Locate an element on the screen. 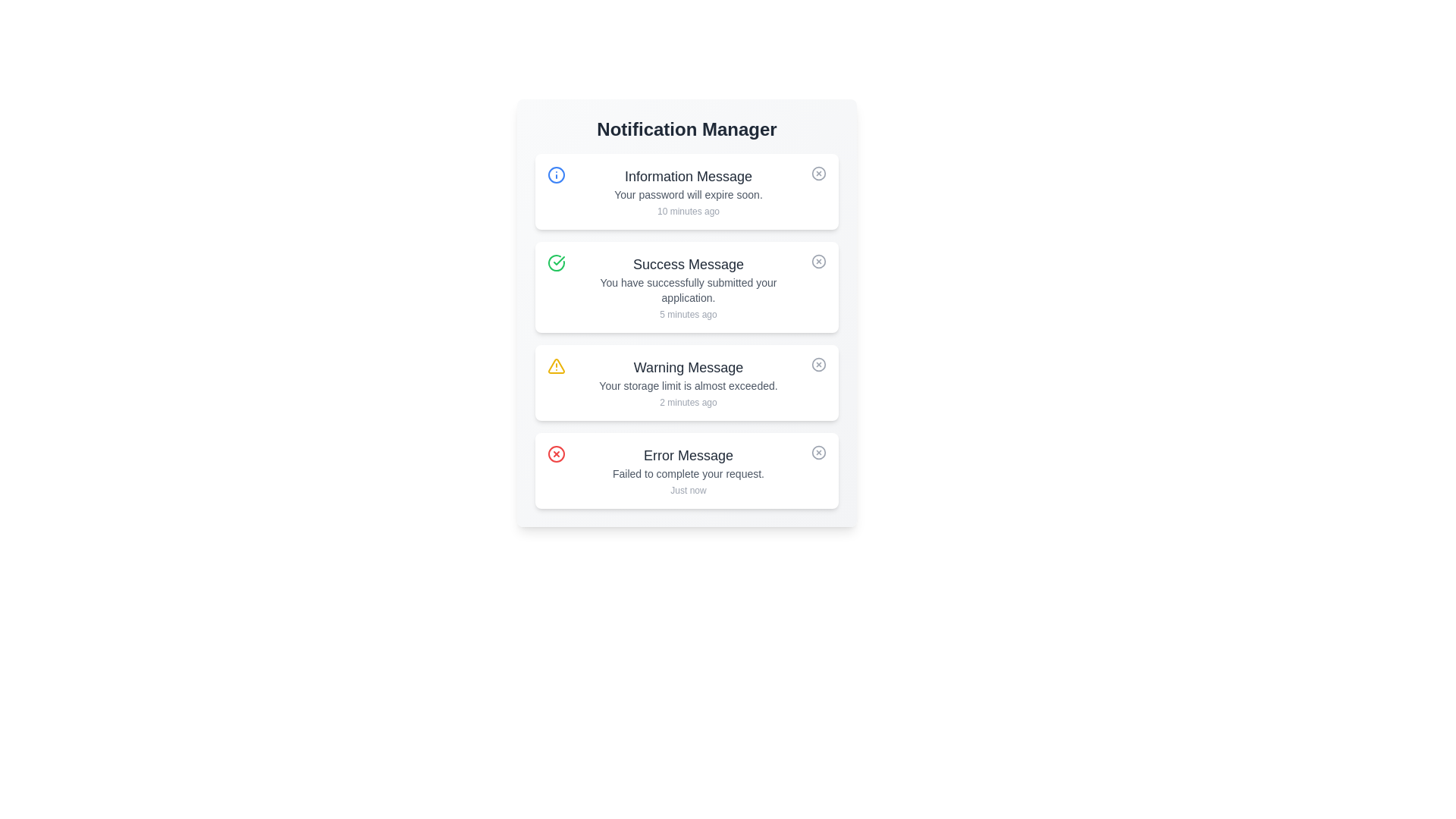 The width and height of the screenshot is (1456, 819). the decorative circular element that is part of the 'x' icon located at the far right of the 'Error Message' notification card is located at coordinates (818, 452).